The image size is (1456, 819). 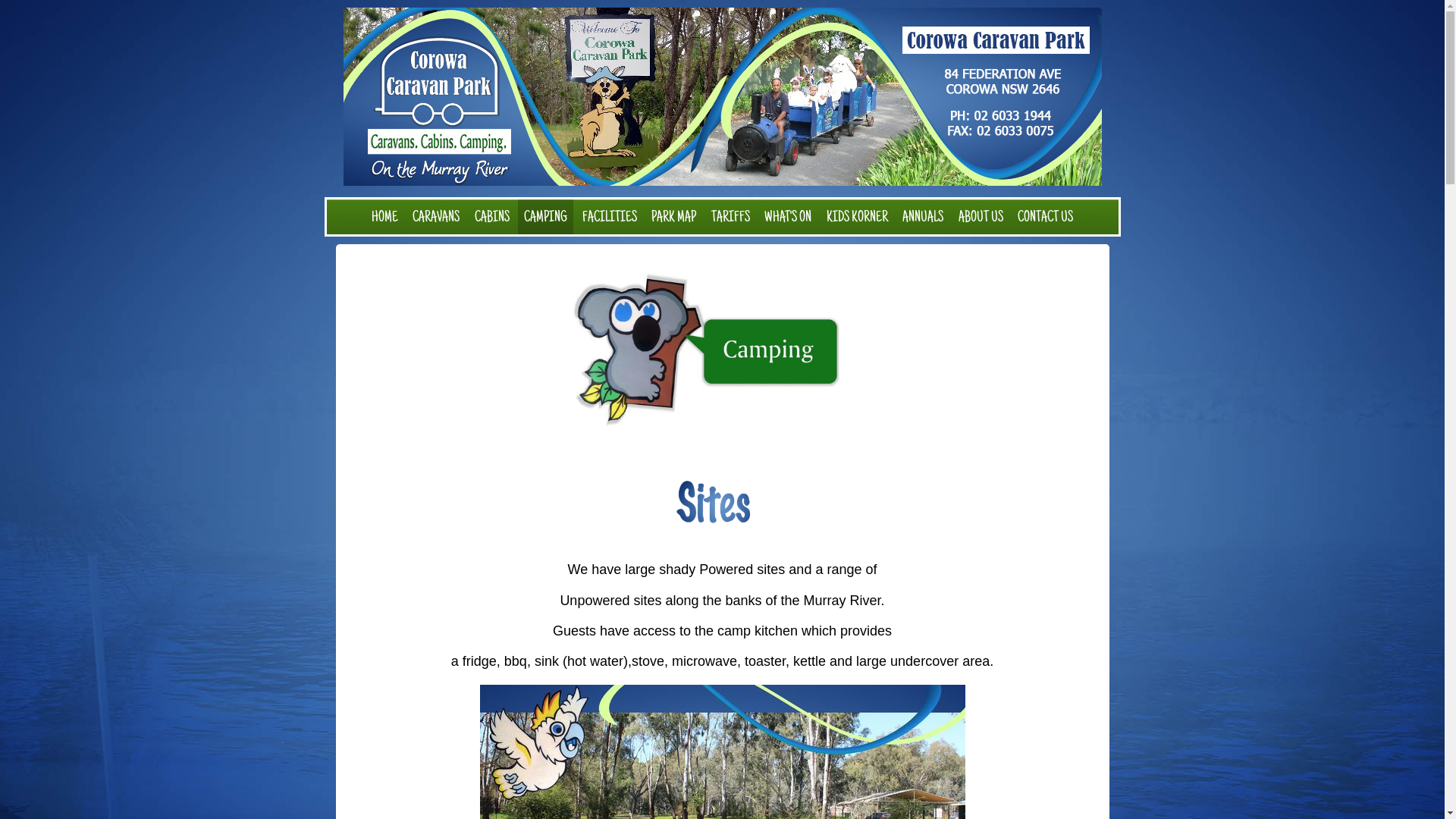 I want to click on 'TARIFFS', so click(x=730, y=217).